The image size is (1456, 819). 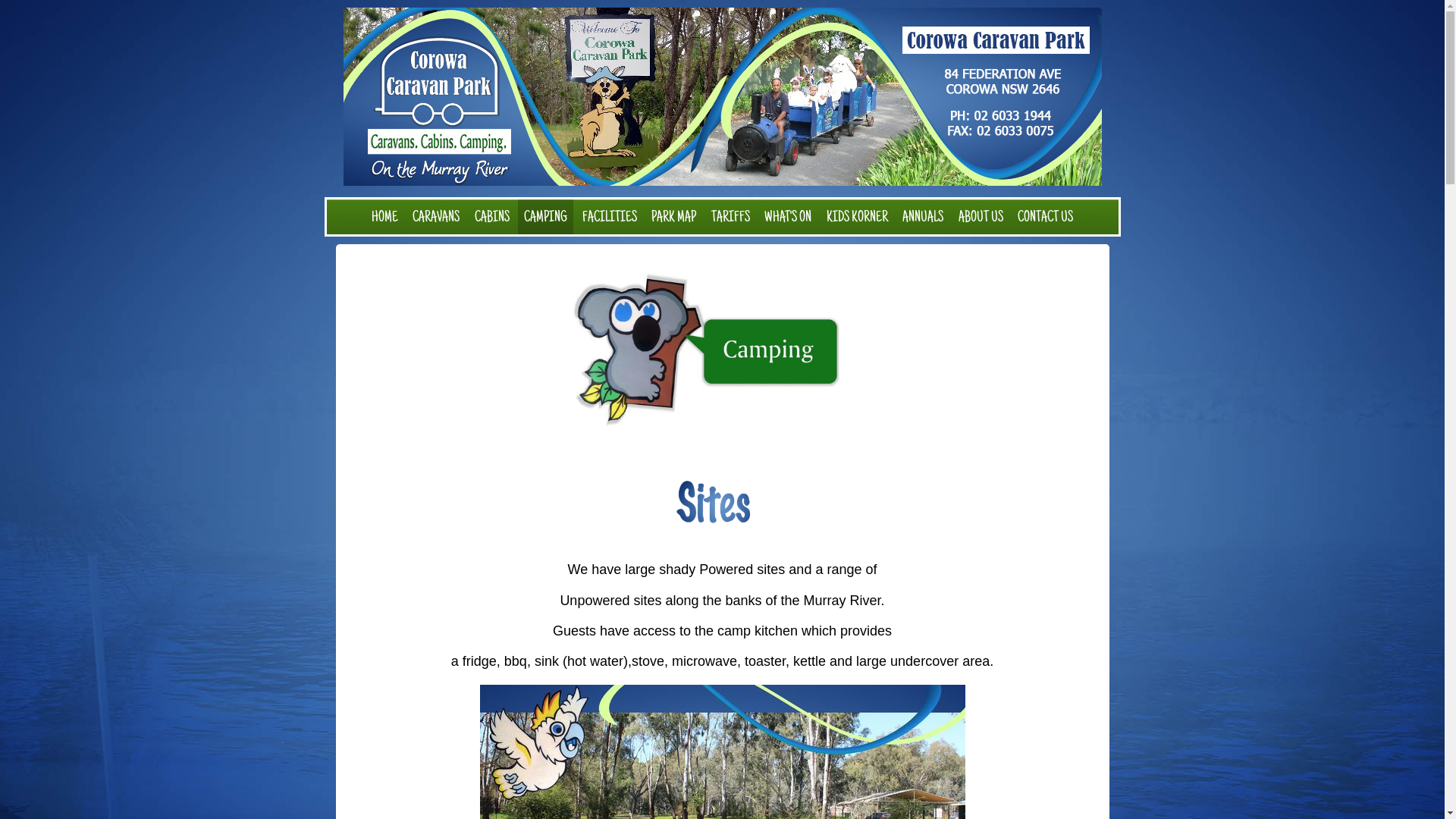 I want to click on 'TARIFFS', so click(x=730, y=217).